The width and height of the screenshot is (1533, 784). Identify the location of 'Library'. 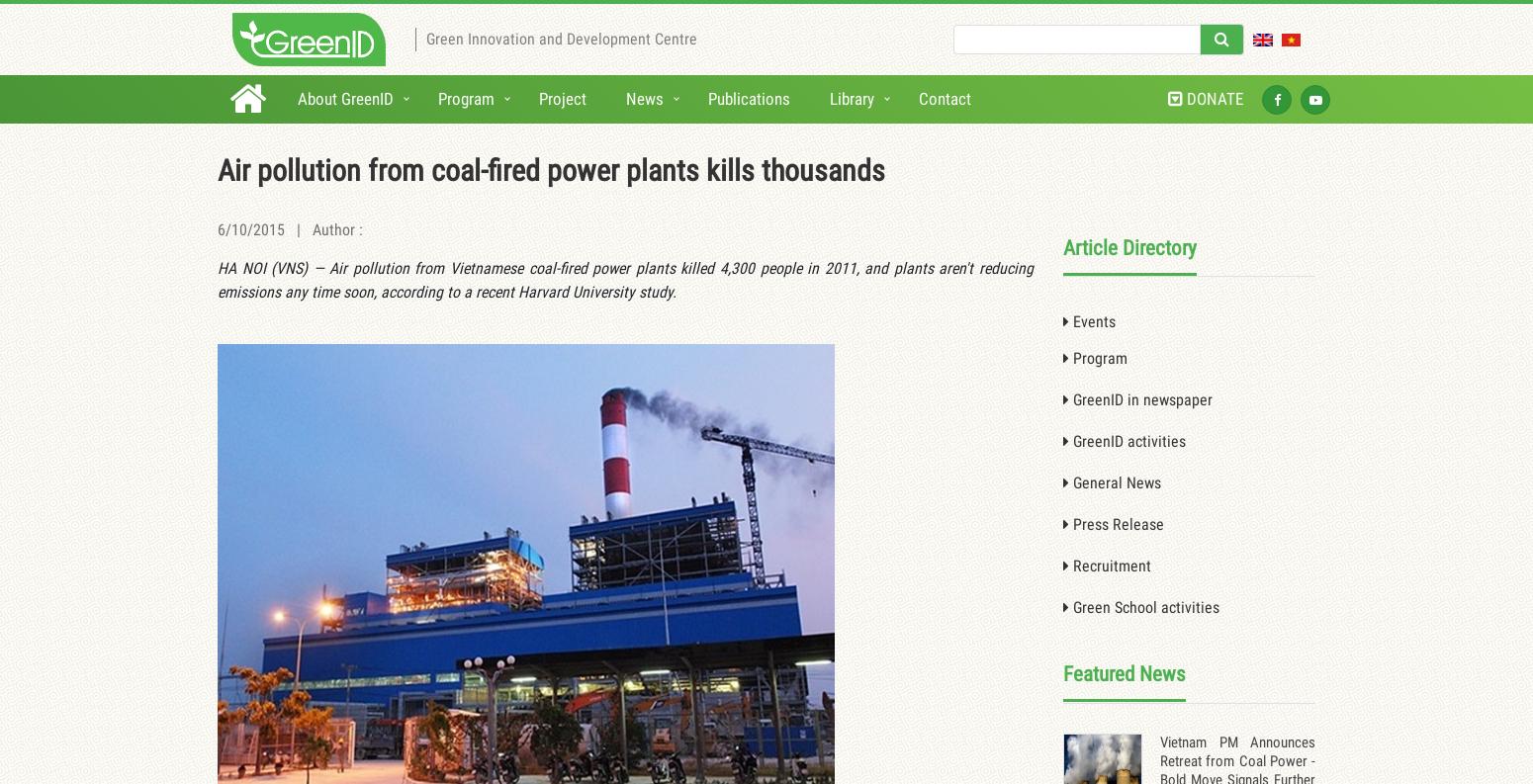
(852, 96).